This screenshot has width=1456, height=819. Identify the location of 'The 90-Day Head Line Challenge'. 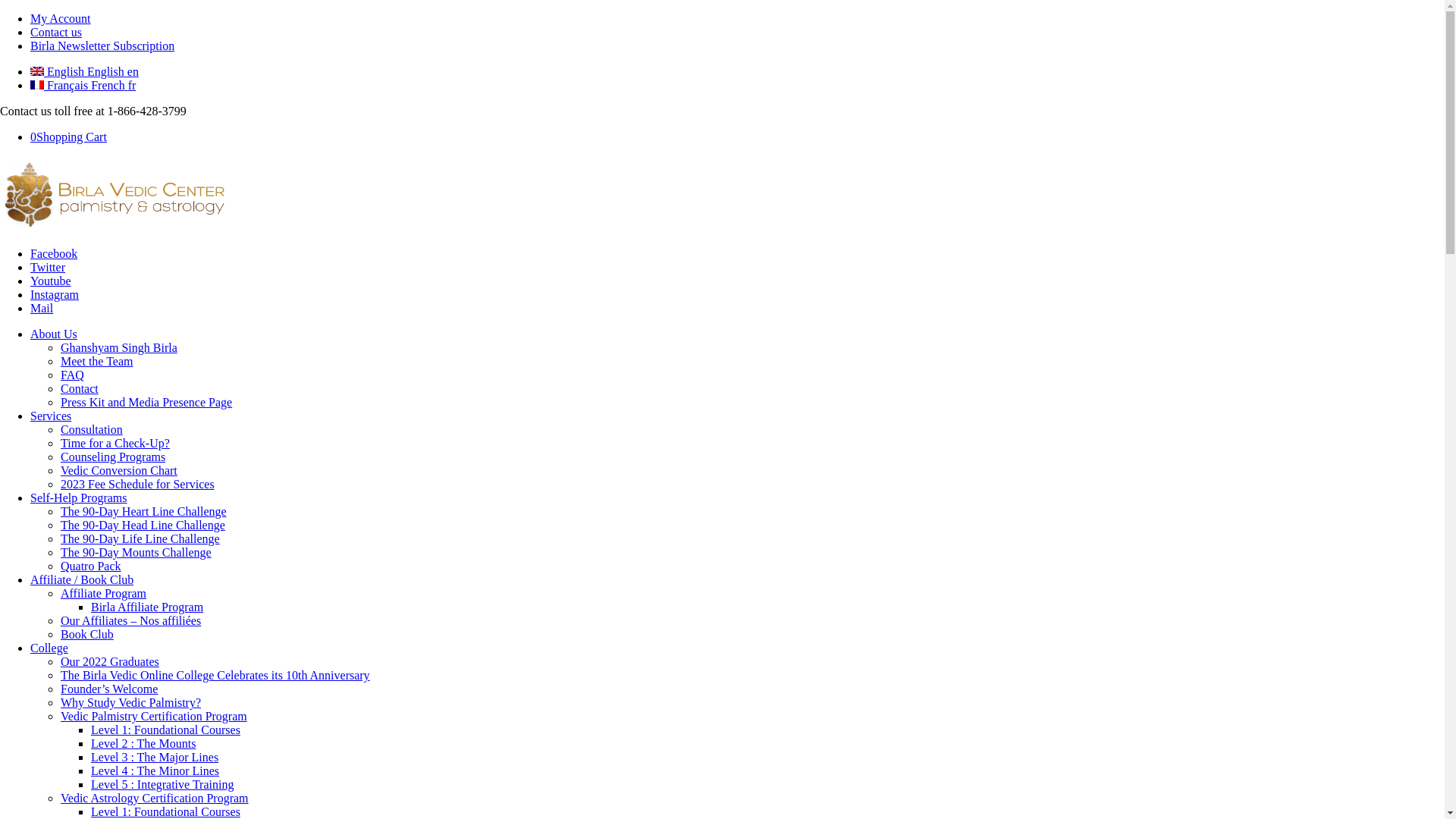
(143, 524).